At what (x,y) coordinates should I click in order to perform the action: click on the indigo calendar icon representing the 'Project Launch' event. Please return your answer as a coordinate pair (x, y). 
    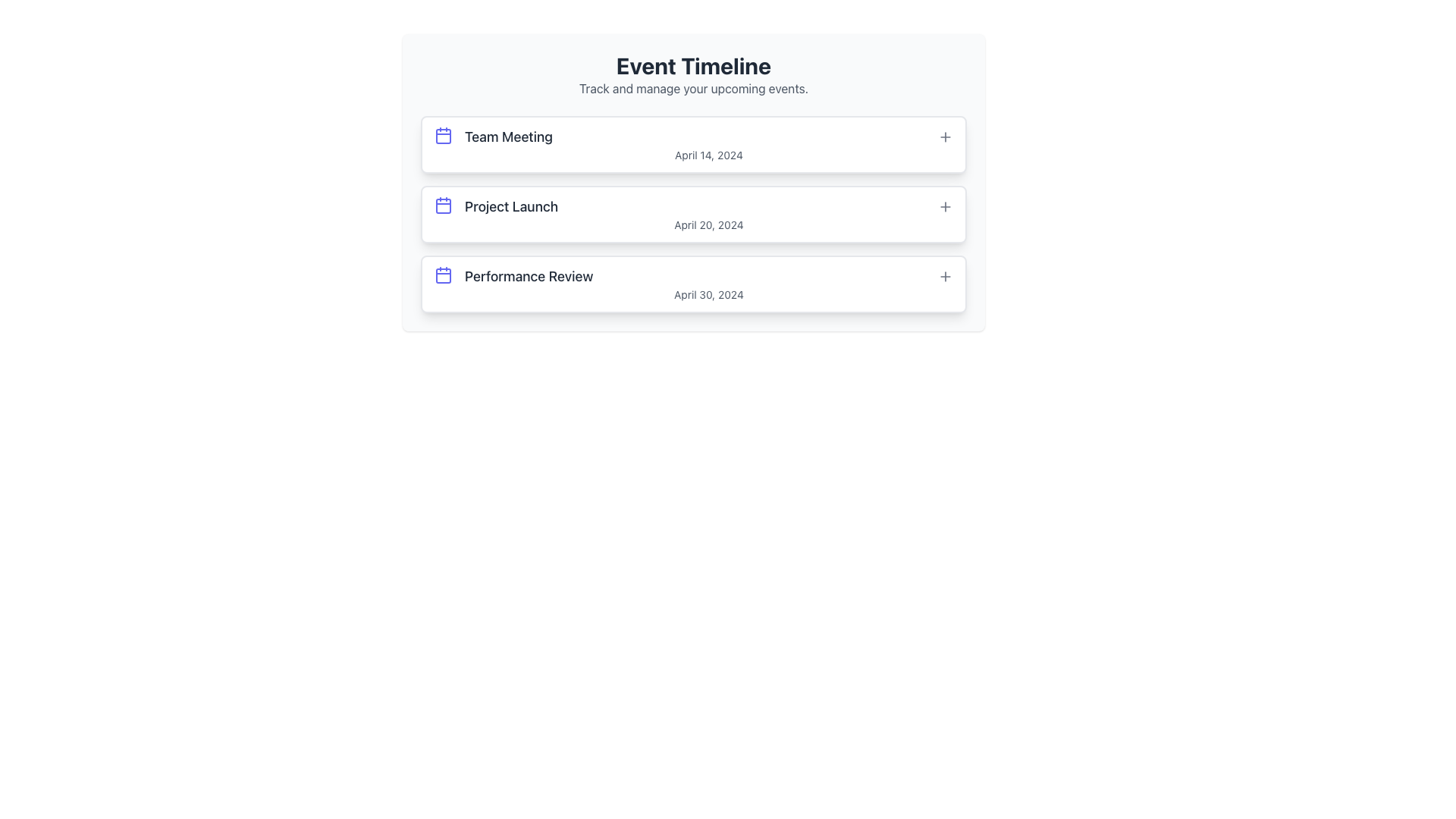
    Looking at the image, I should click on (443, 205).